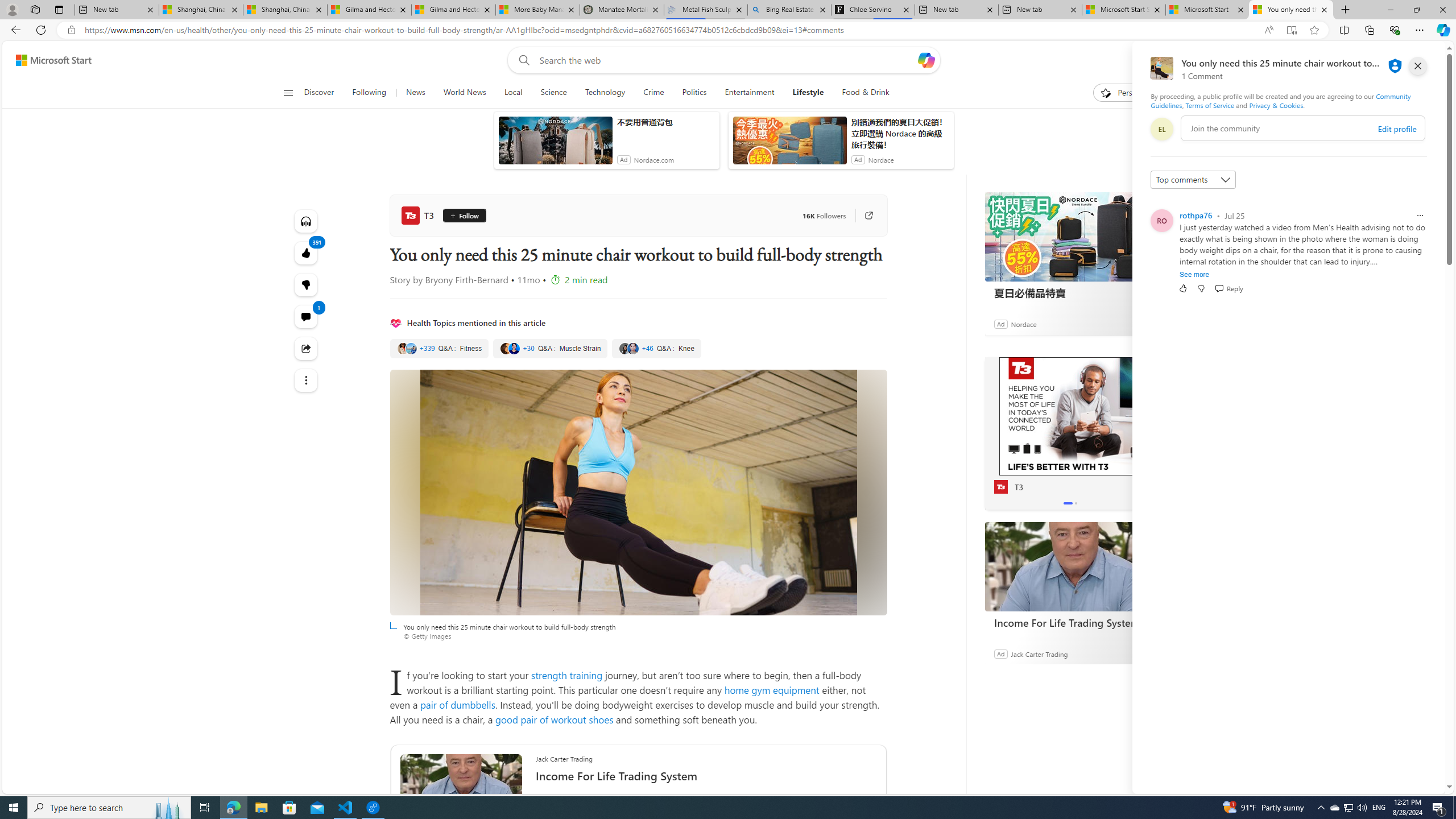 The image size is (1456, 819). I want to click on 'Skip to footer', so click(46, 59).